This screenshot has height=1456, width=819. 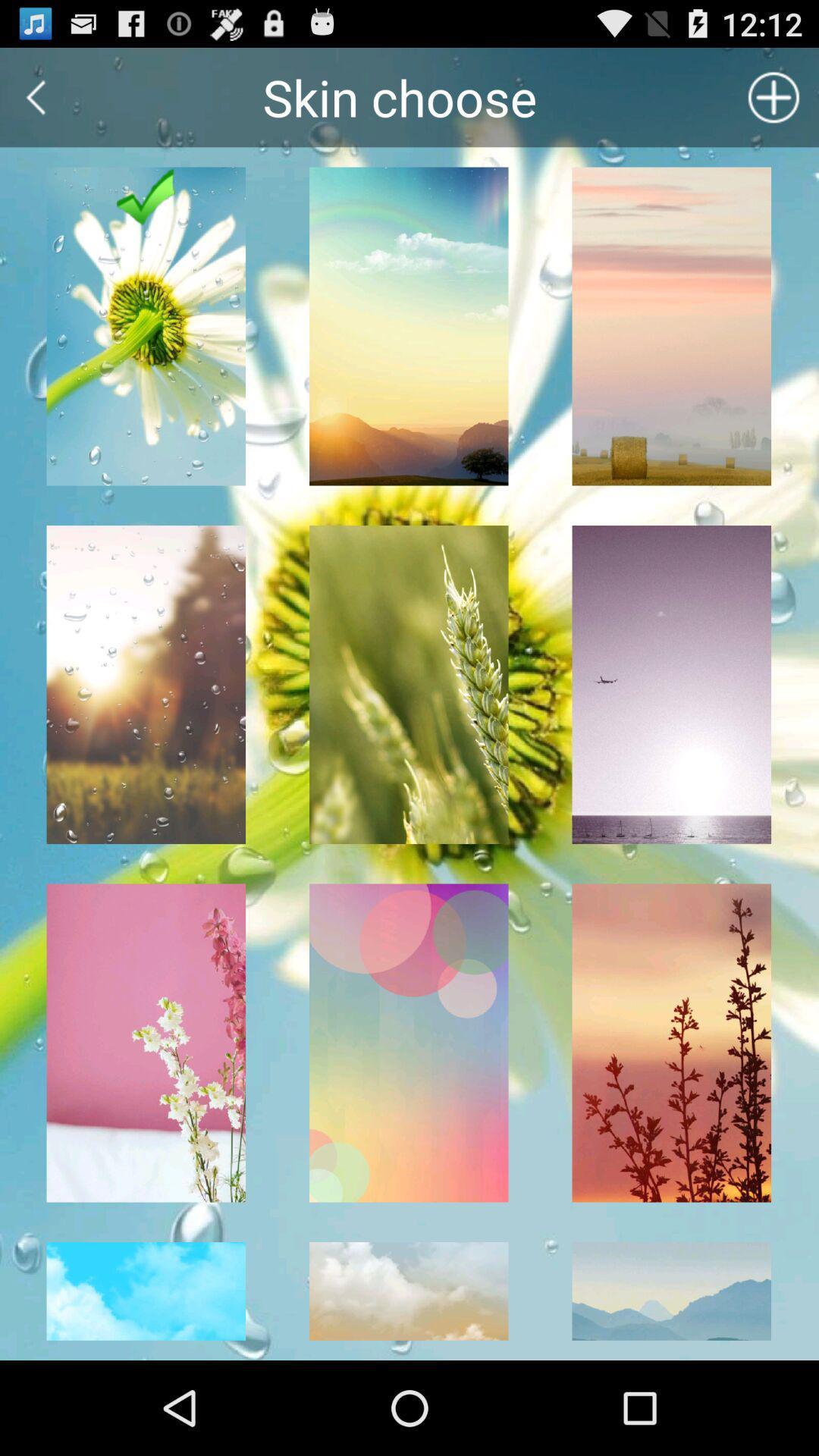 I want to click on the second row second image, so click(x=408, y=683).